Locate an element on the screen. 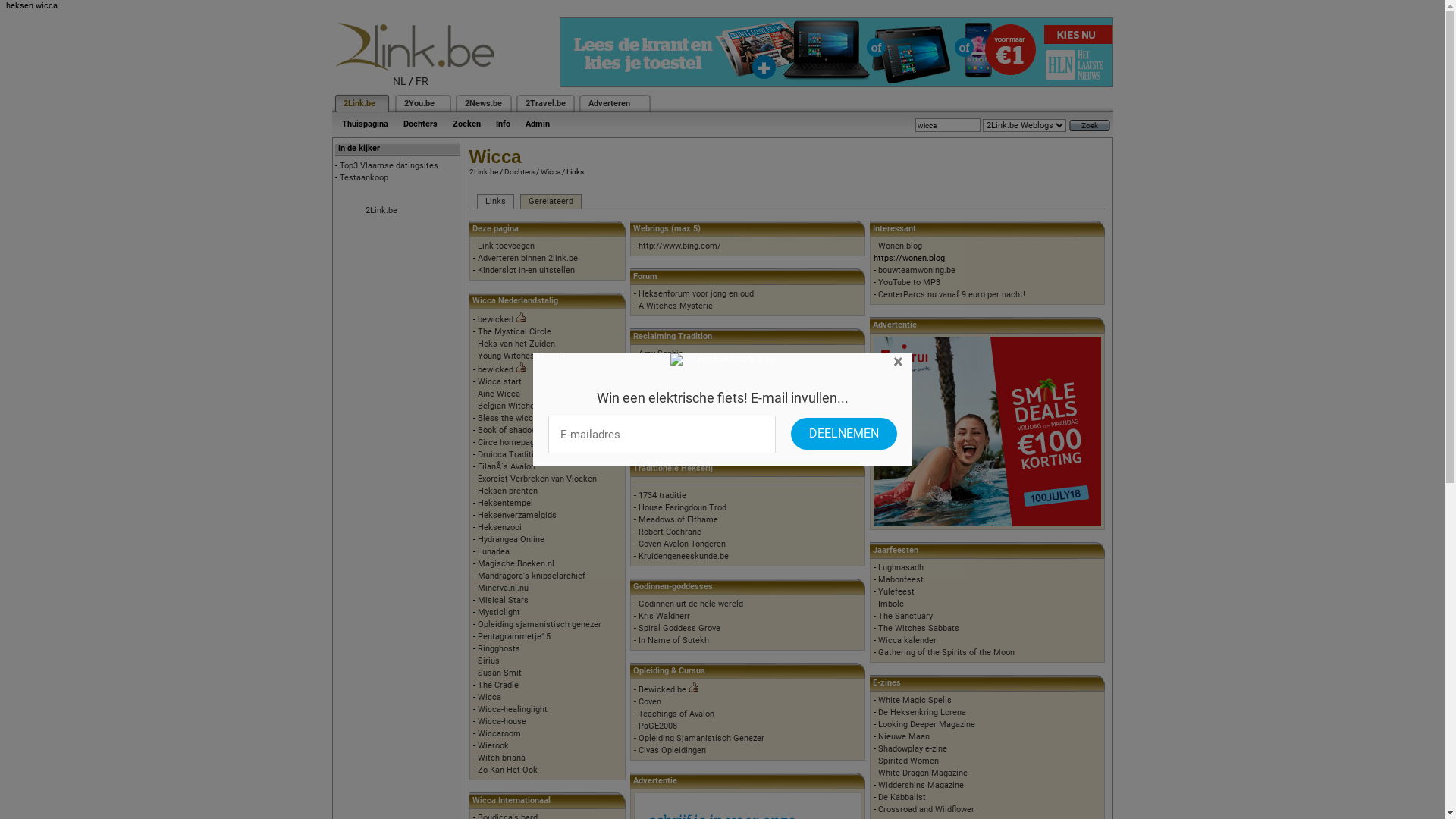 Image resolution: width=1456 pixels, height=819 pixels. 'Heksenforum voor jong en oud' is located at coordinates (695, 293).